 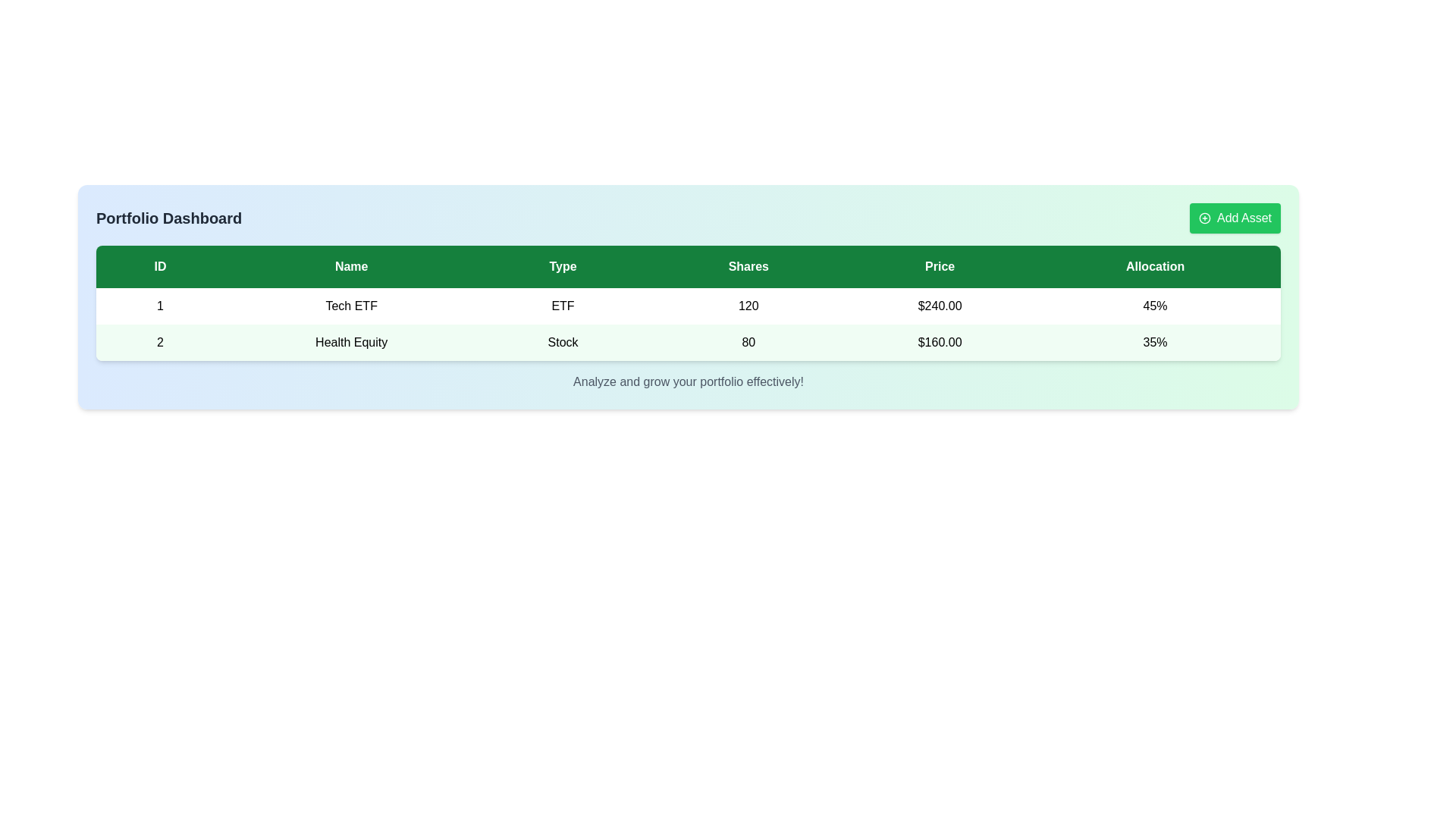 I want to click on the second row of the table in the 'Portfolio Dashboard' section, so click(x=687, y=342).